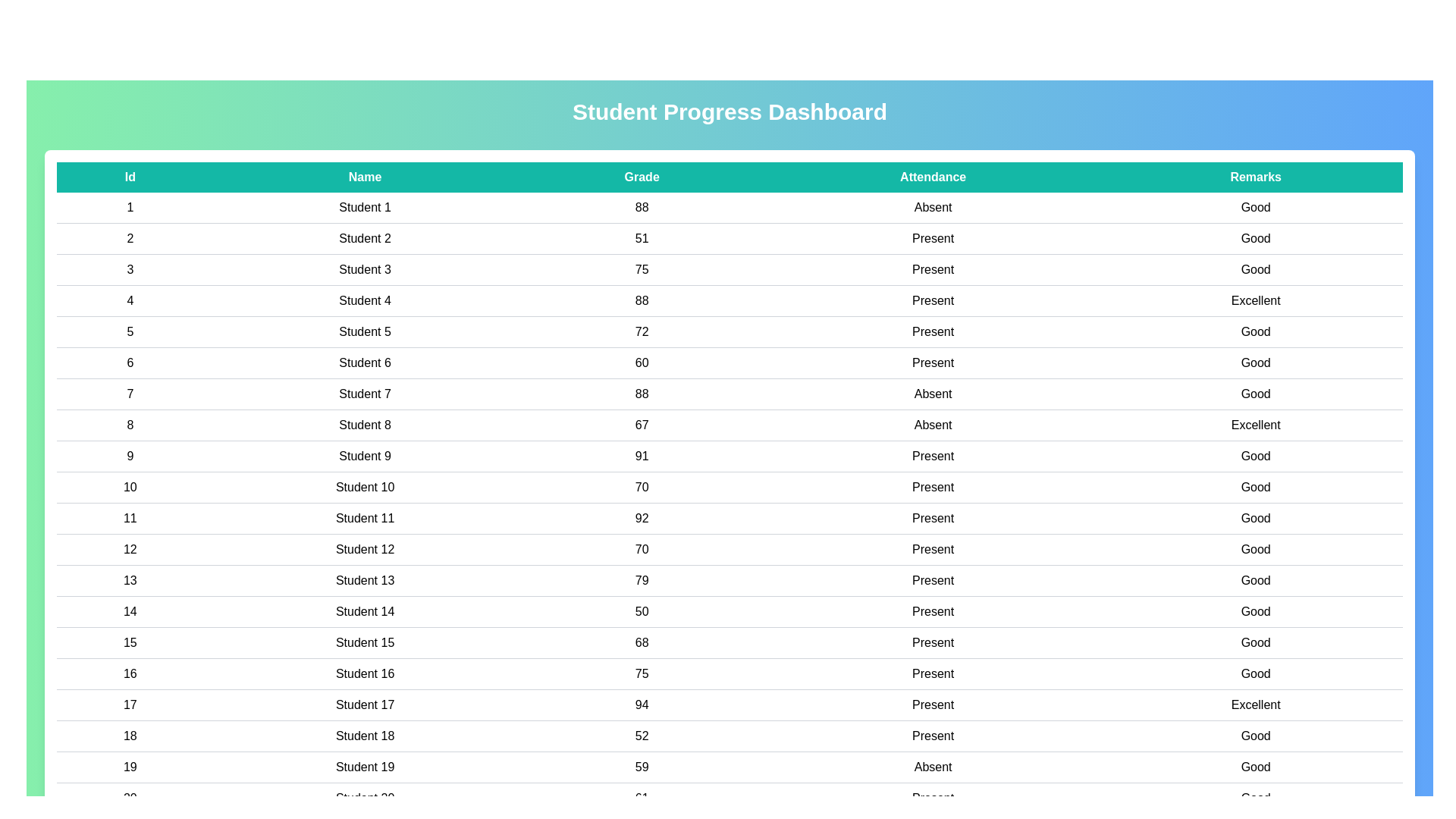 The image size is (1456, 819). I want to click on the column header Grade to sort the table by that column, so click(642, 177).